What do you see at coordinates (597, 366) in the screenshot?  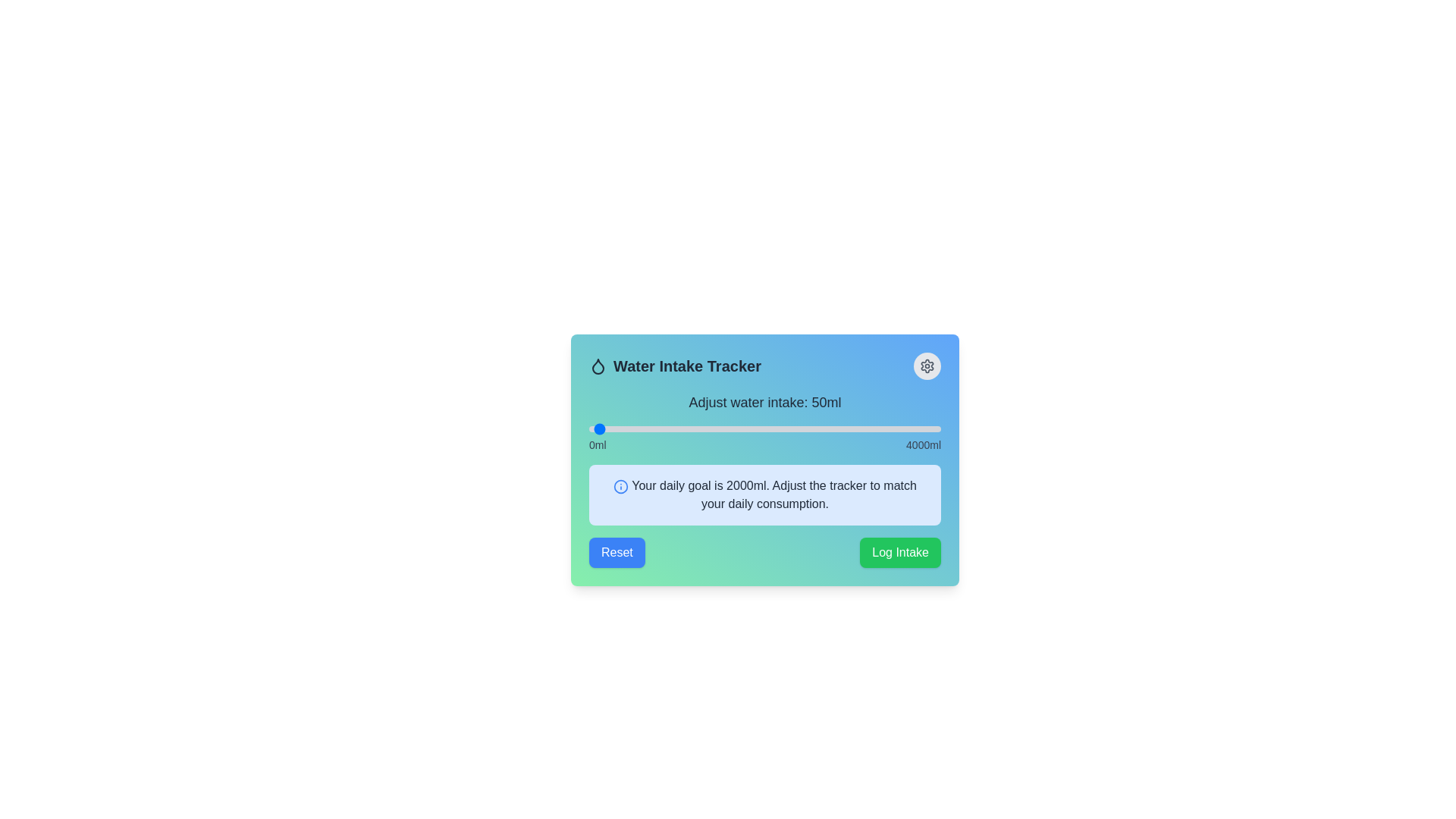 I see `the water droplet icon in the top-left corner of the 'Water Intake Tracker' card, which features a minimalistic black design` at bounding box center [597, 366].